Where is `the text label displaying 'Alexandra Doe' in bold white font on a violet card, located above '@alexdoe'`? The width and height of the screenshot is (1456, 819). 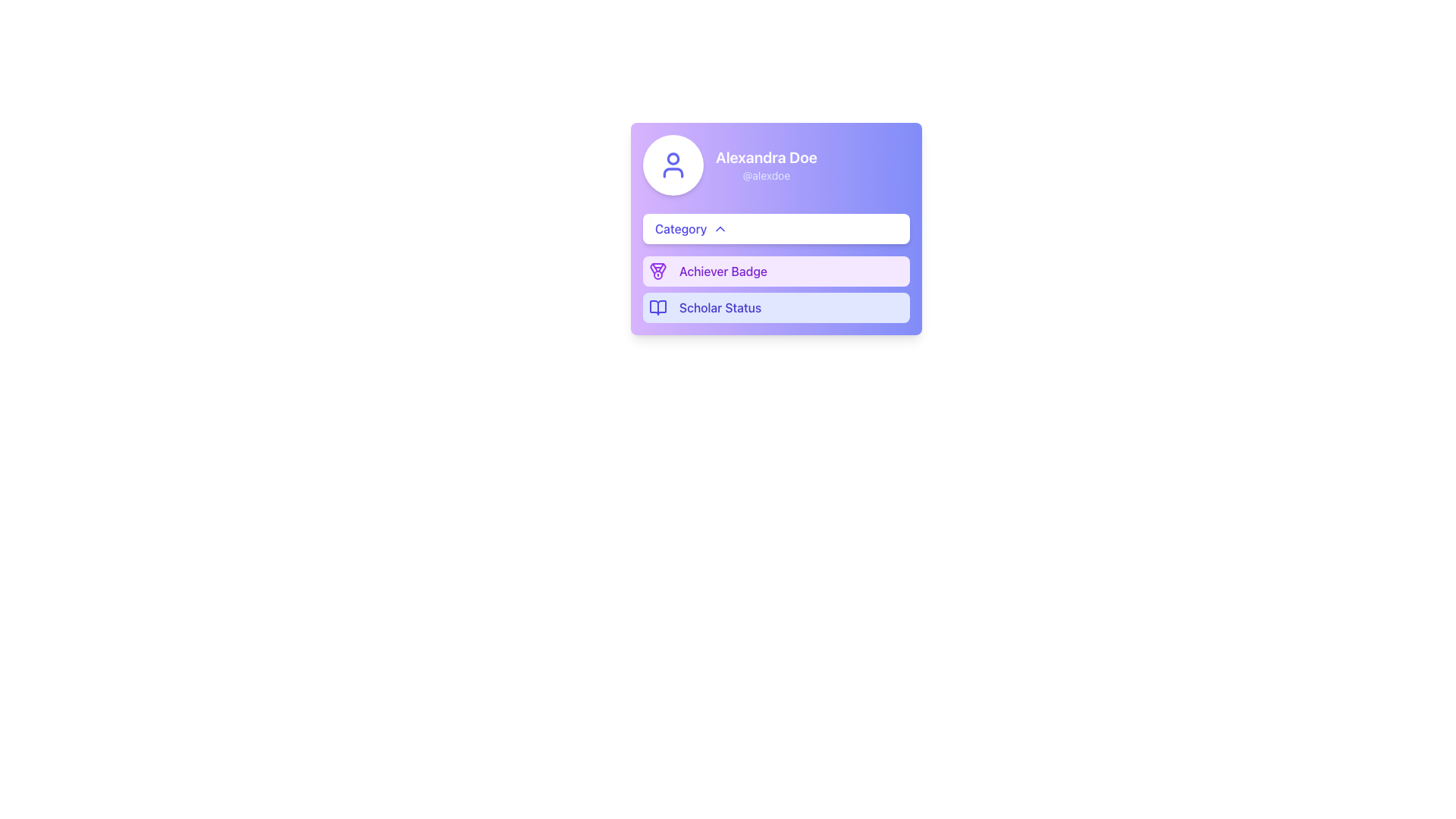
the text label displaying 'Alexandra Doe' in bold white font on a violet card, located above '@alexdoe' is located at coordinates (766, 158).